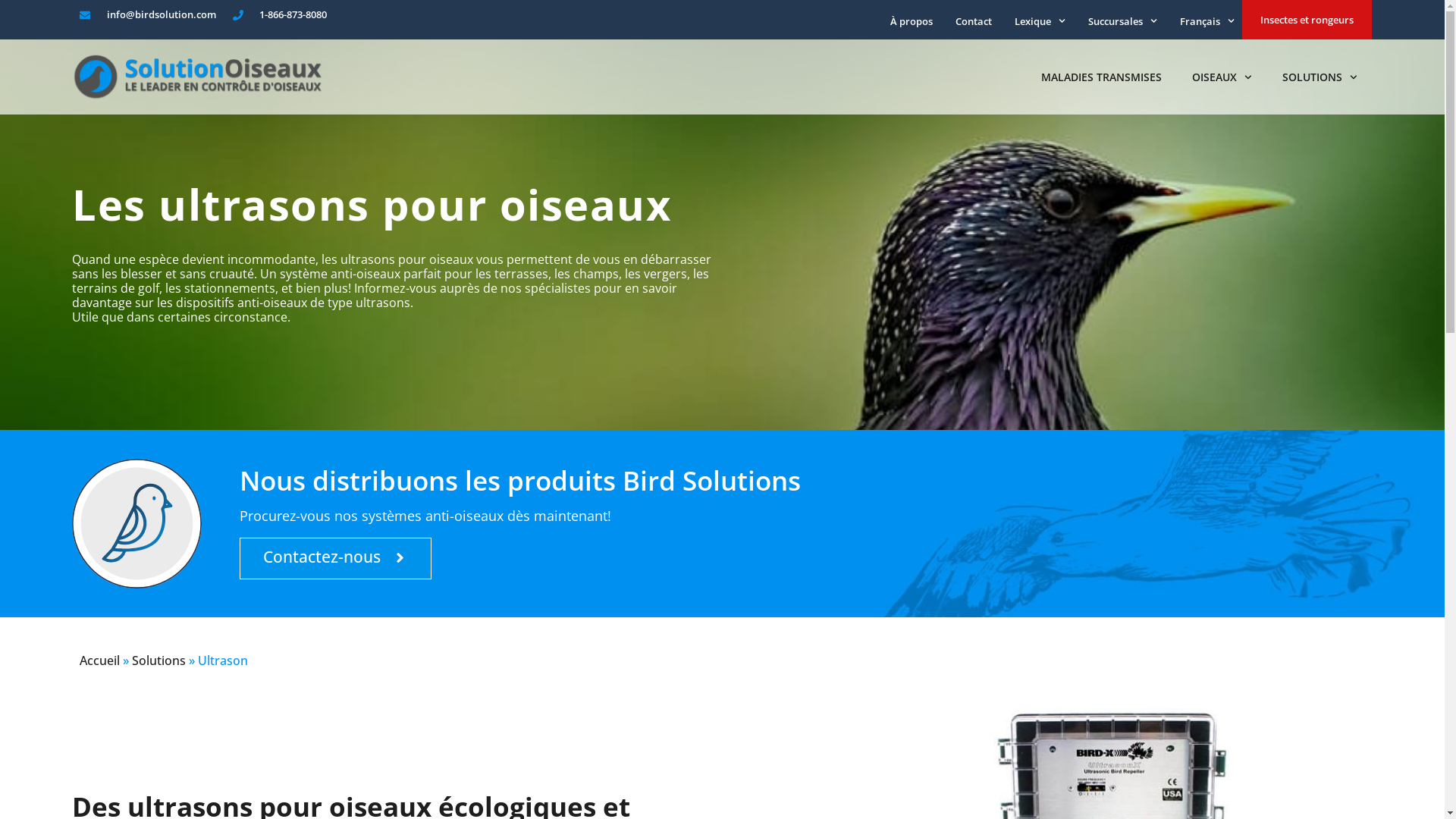 This screenshot has width=1456, height=819. What do you see at coordinates (148, 14) in the screenshot?
I see `'info@birdsolution.com'` at bounding box center [148, 14].